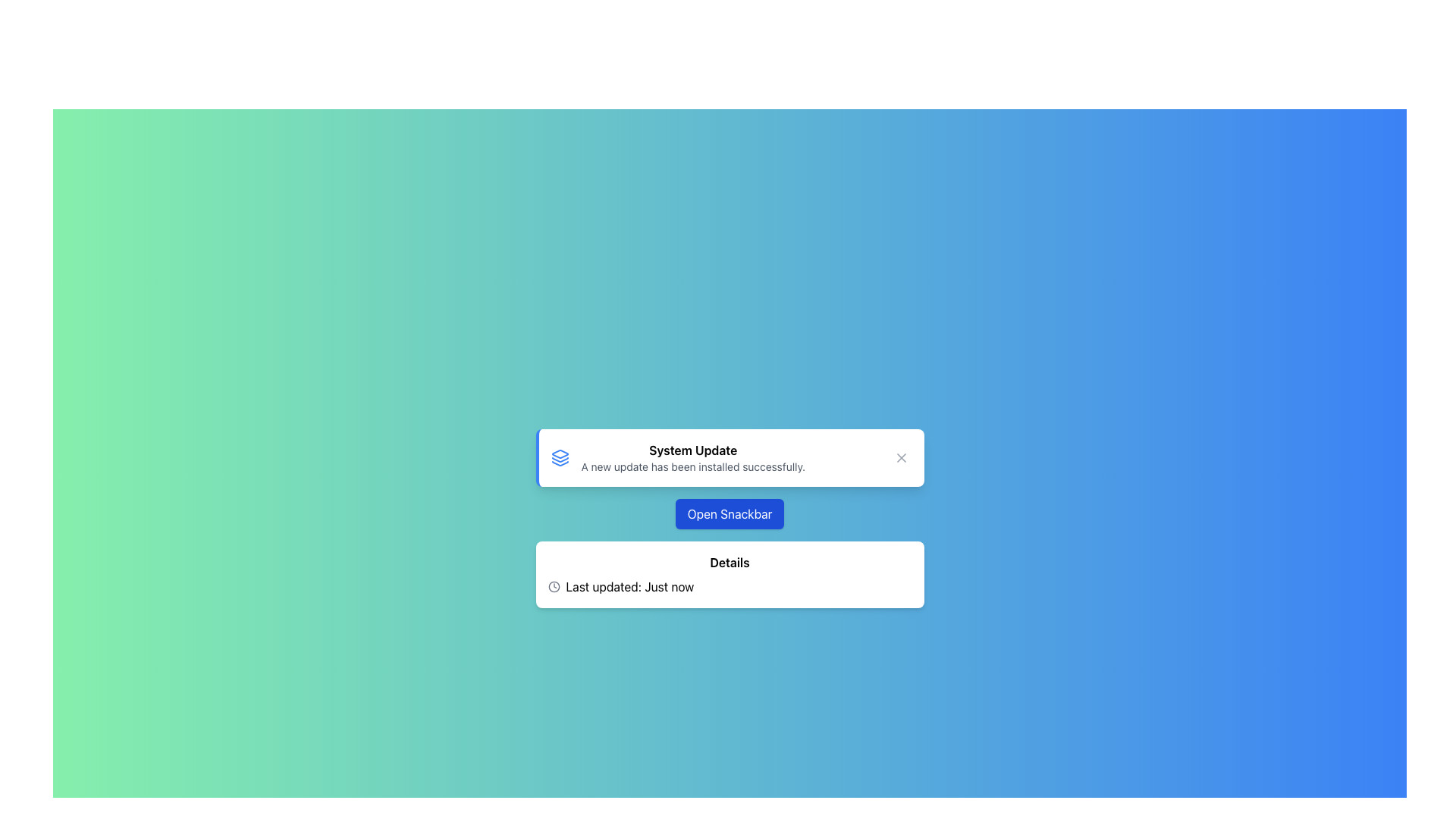 This screenshot has width=1456, height=819. Describe the element at coordinates (730, 513) in the screenshot. I see `the 'Open Snackbar' button, which has a bright blue background and white text, located centrally below the 'System Update' message box and above the 'Details' box` at that location.